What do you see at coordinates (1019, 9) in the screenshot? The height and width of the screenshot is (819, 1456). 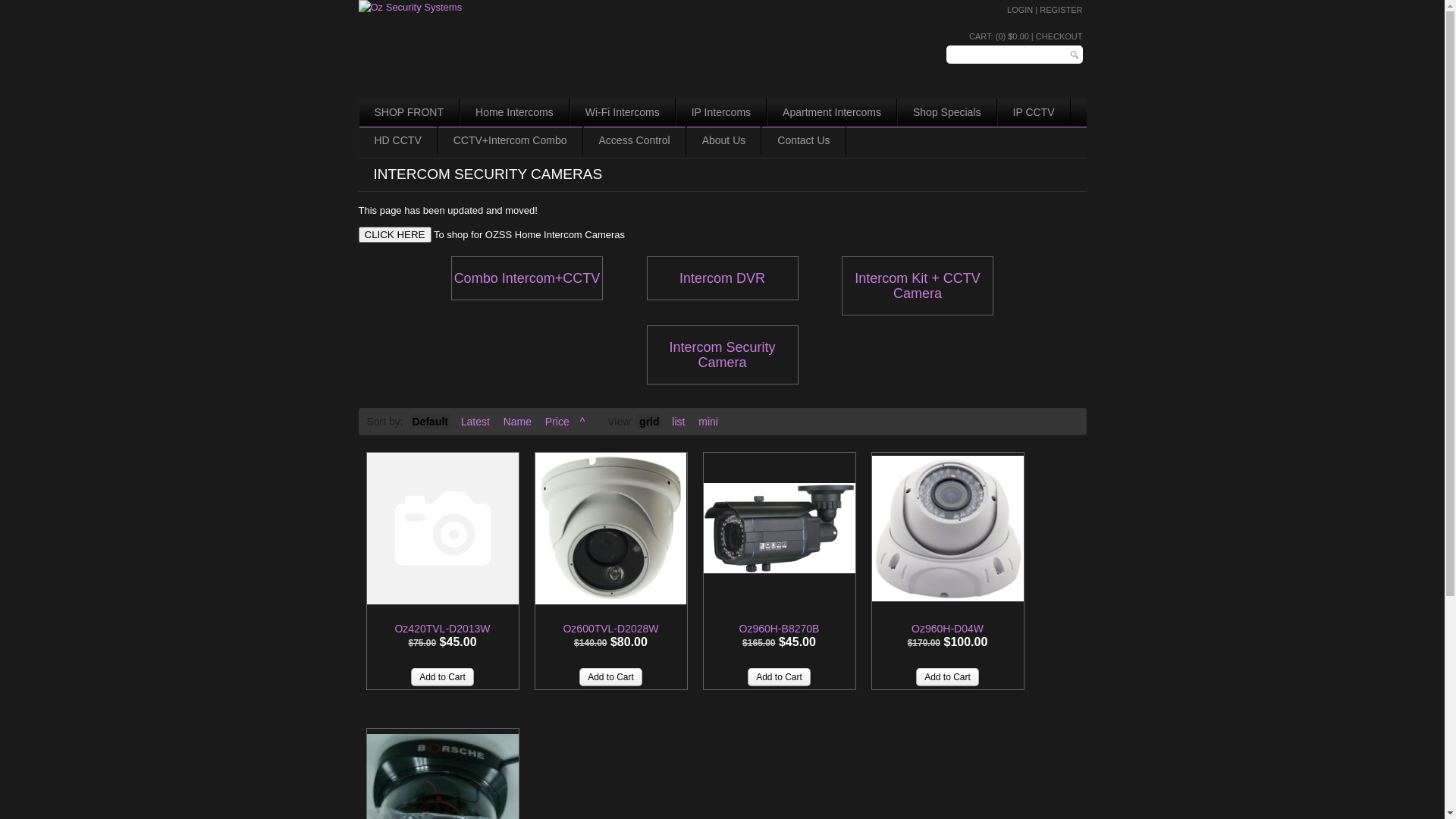 I see `'LOGIN'` at bounding box center [1019, 9].